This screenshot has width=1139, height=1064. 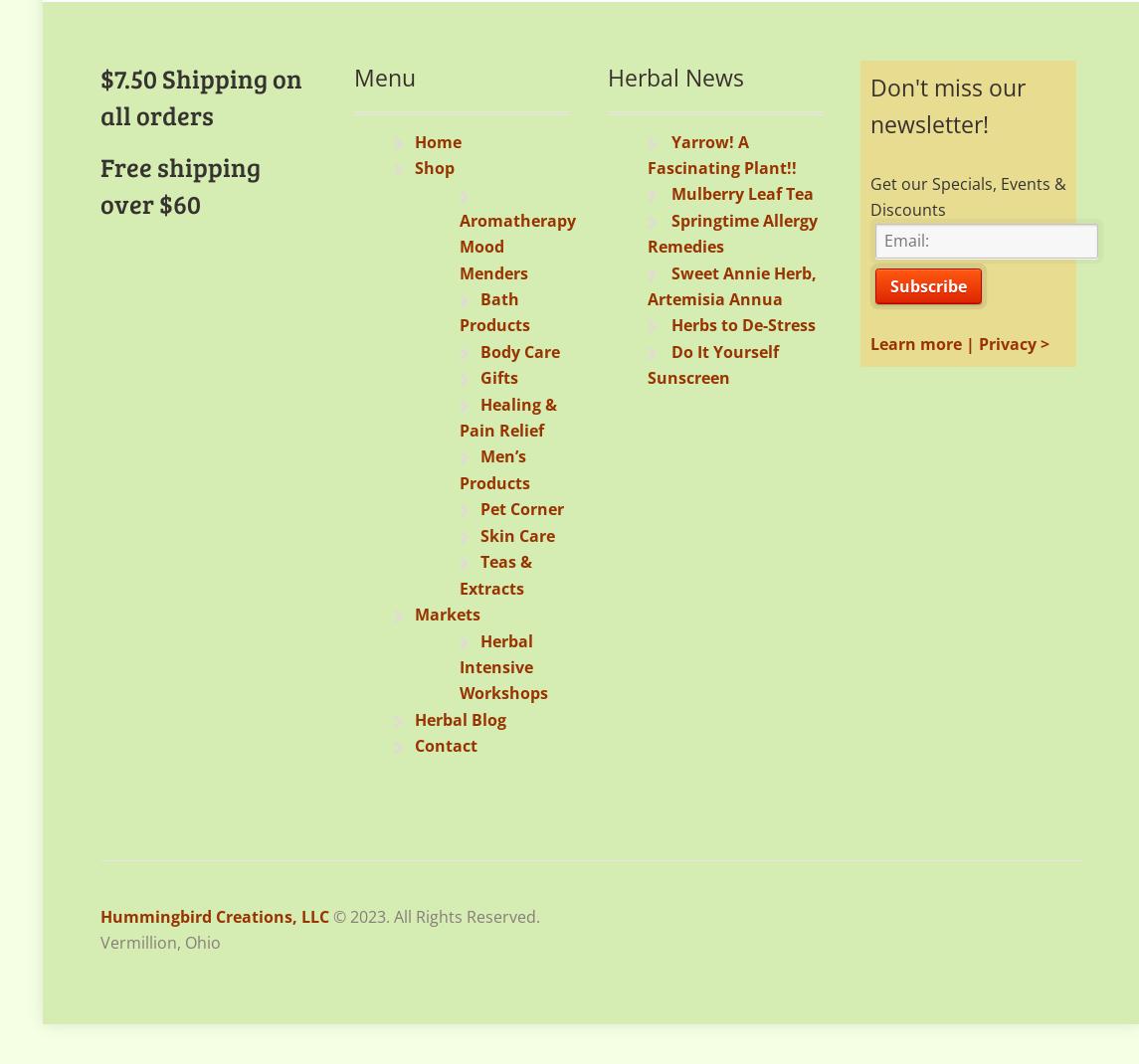 What do you see at coordinates (435, 914) in the screenshot?
I see `'© 2023. All Rights Reserved.'` at bounding box center [435, 914].